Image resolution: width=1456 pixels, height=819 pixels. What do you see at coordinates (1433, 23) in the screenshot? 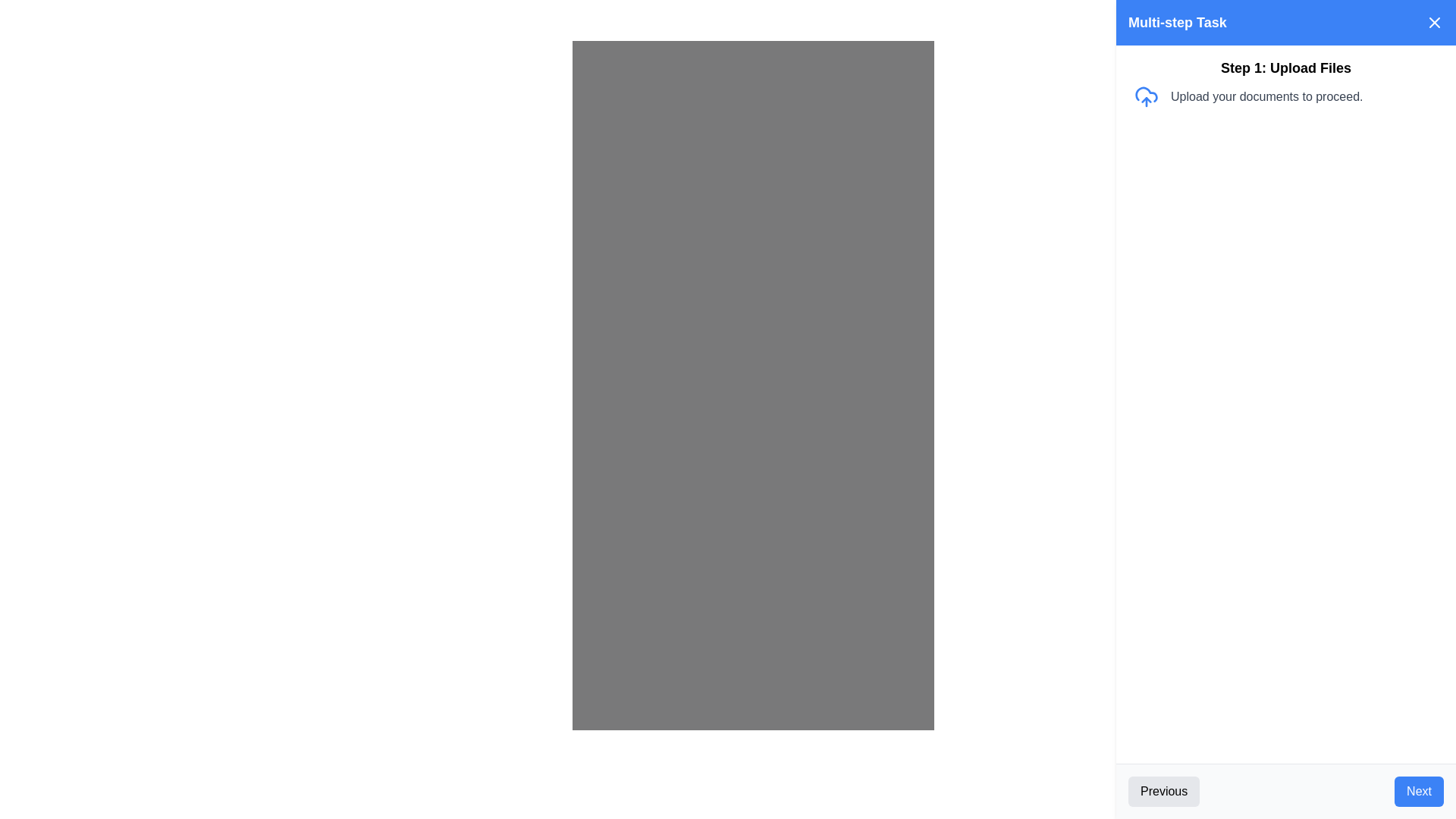
I see `the close icon located at the top-right corner of the interface` at bounding box center [1433, 23].